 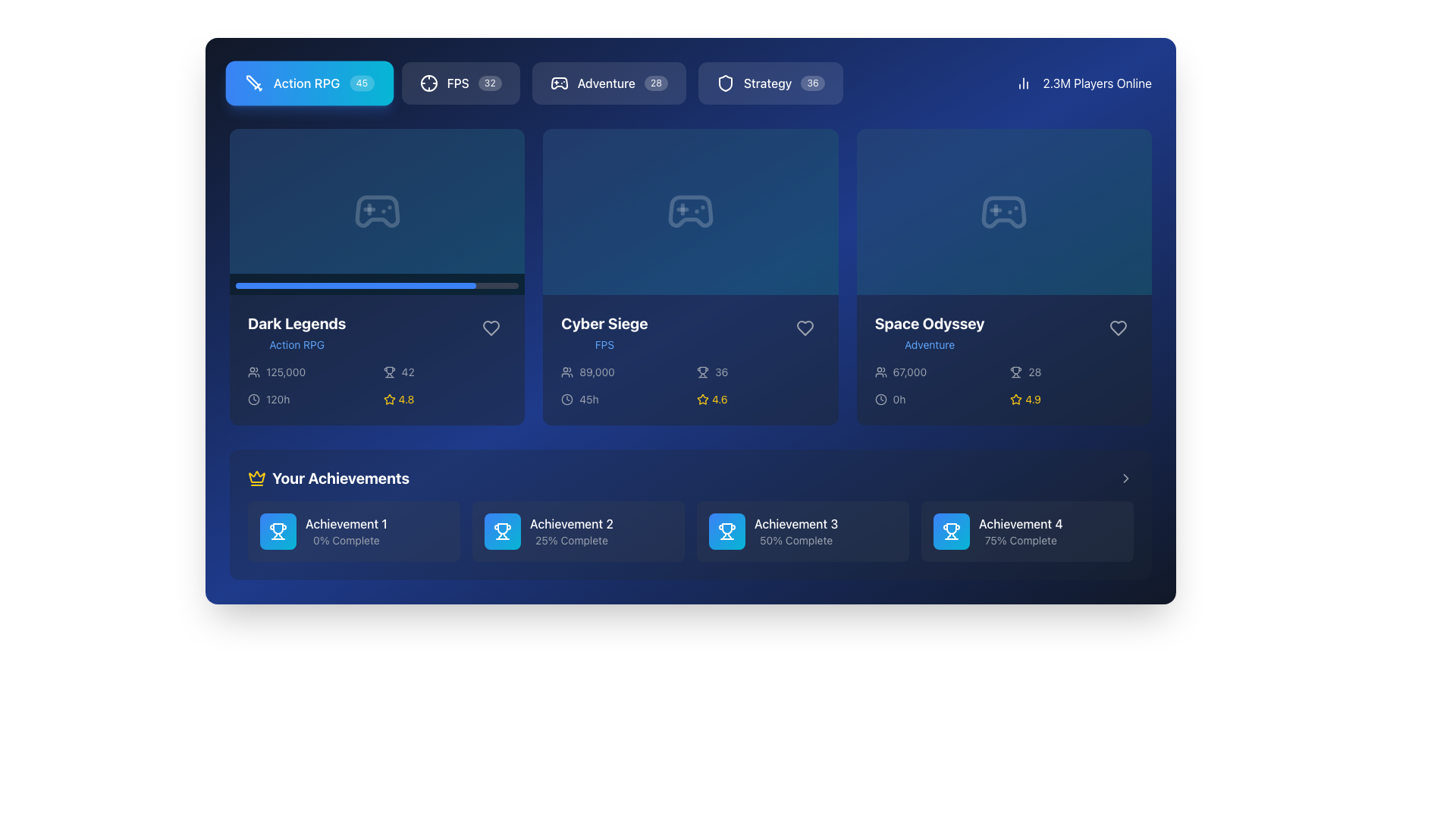 What do you see at coordinates (795, 531) in the screenshot?
I see `the achievement title text 'Achievement 3' which shows the current completion status '50% Complete'` at bounding box center [795, 531].